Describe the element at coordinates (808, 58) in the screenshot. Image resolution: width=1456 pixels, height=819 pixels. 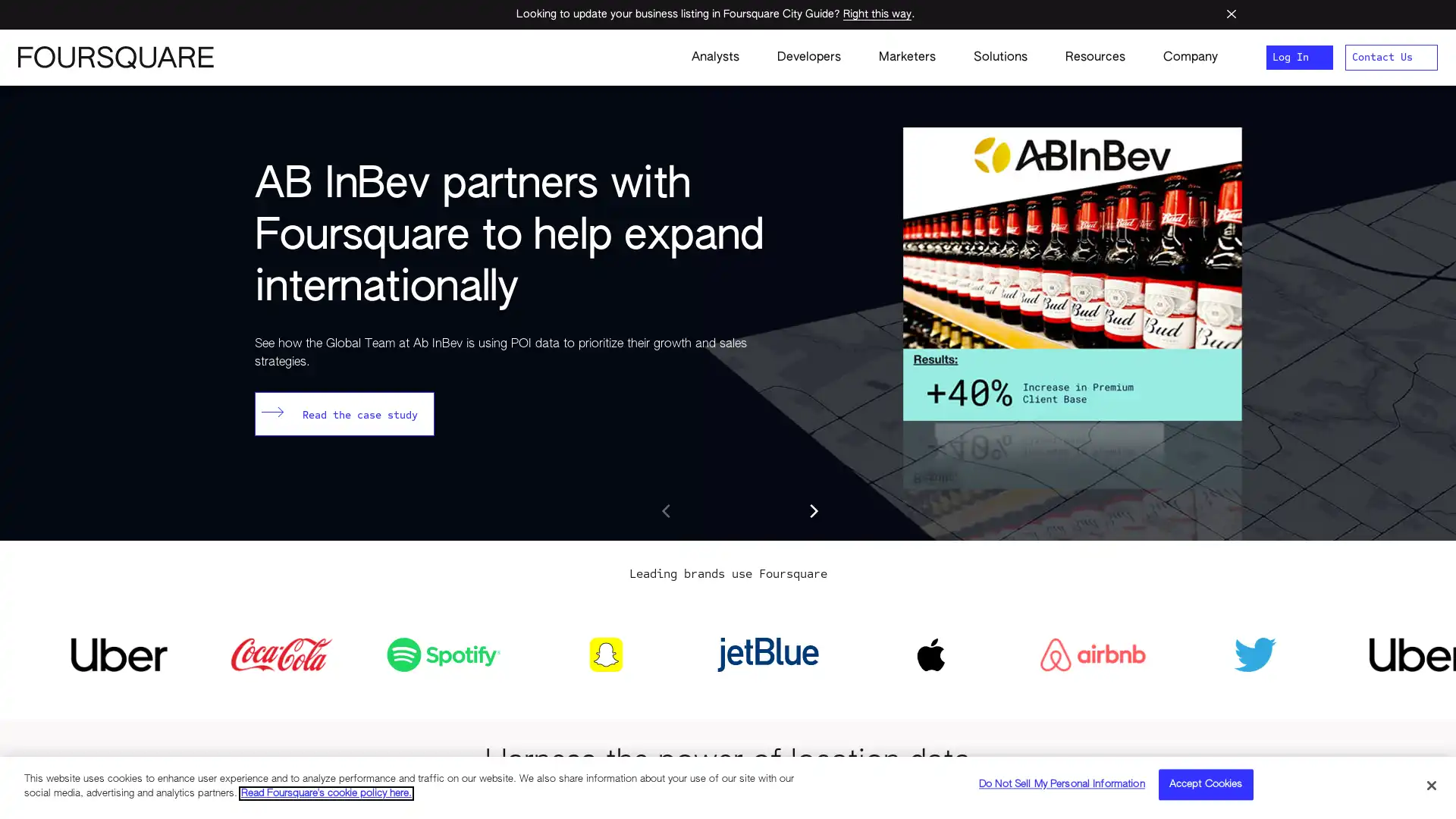
I see `Developers` at that location.